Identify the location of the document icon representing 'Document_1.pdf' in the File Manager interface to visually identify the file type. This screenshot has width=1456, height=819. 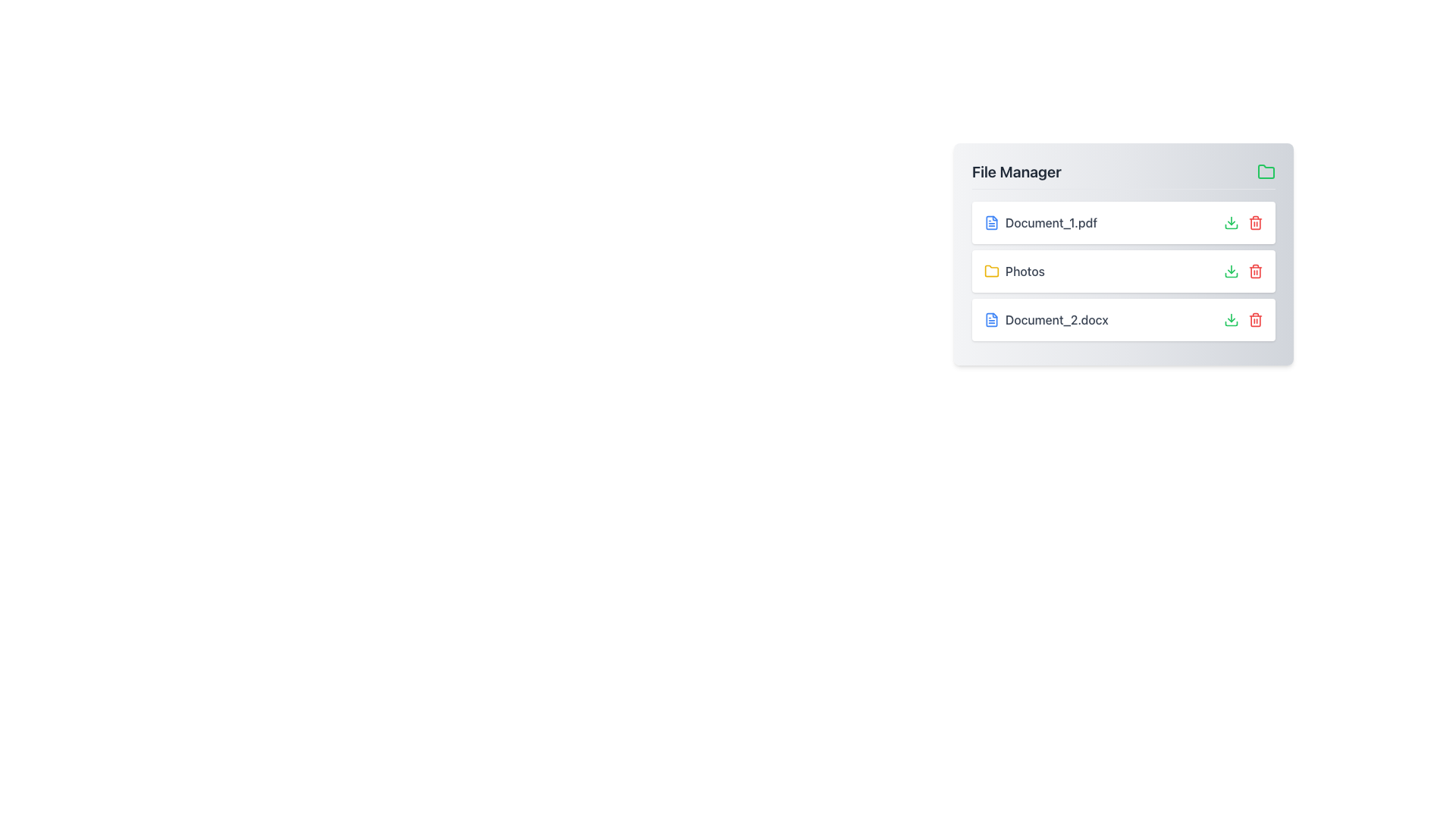
(992, 222).